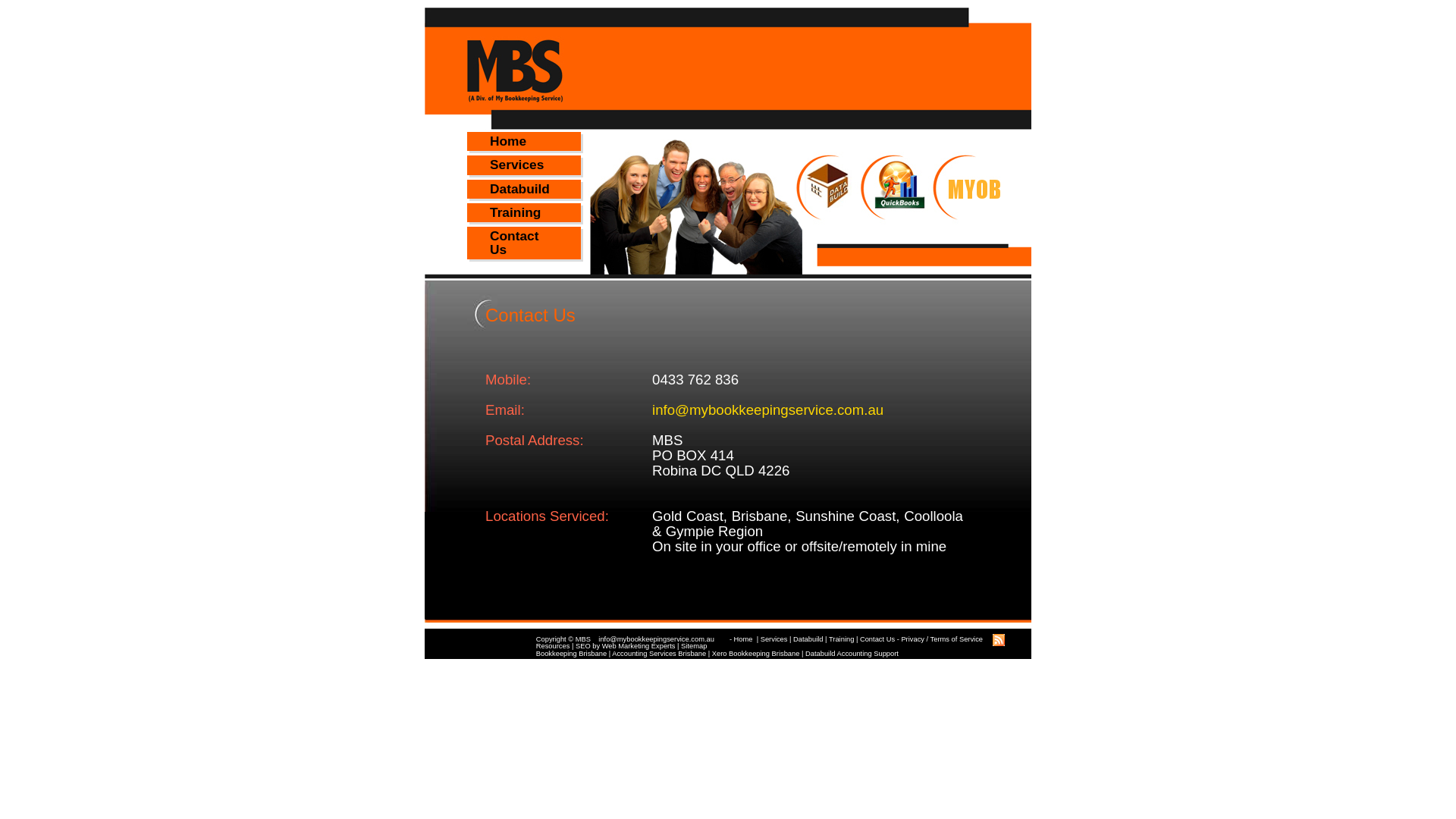  I want to click on 'Home', so click(524, 141).